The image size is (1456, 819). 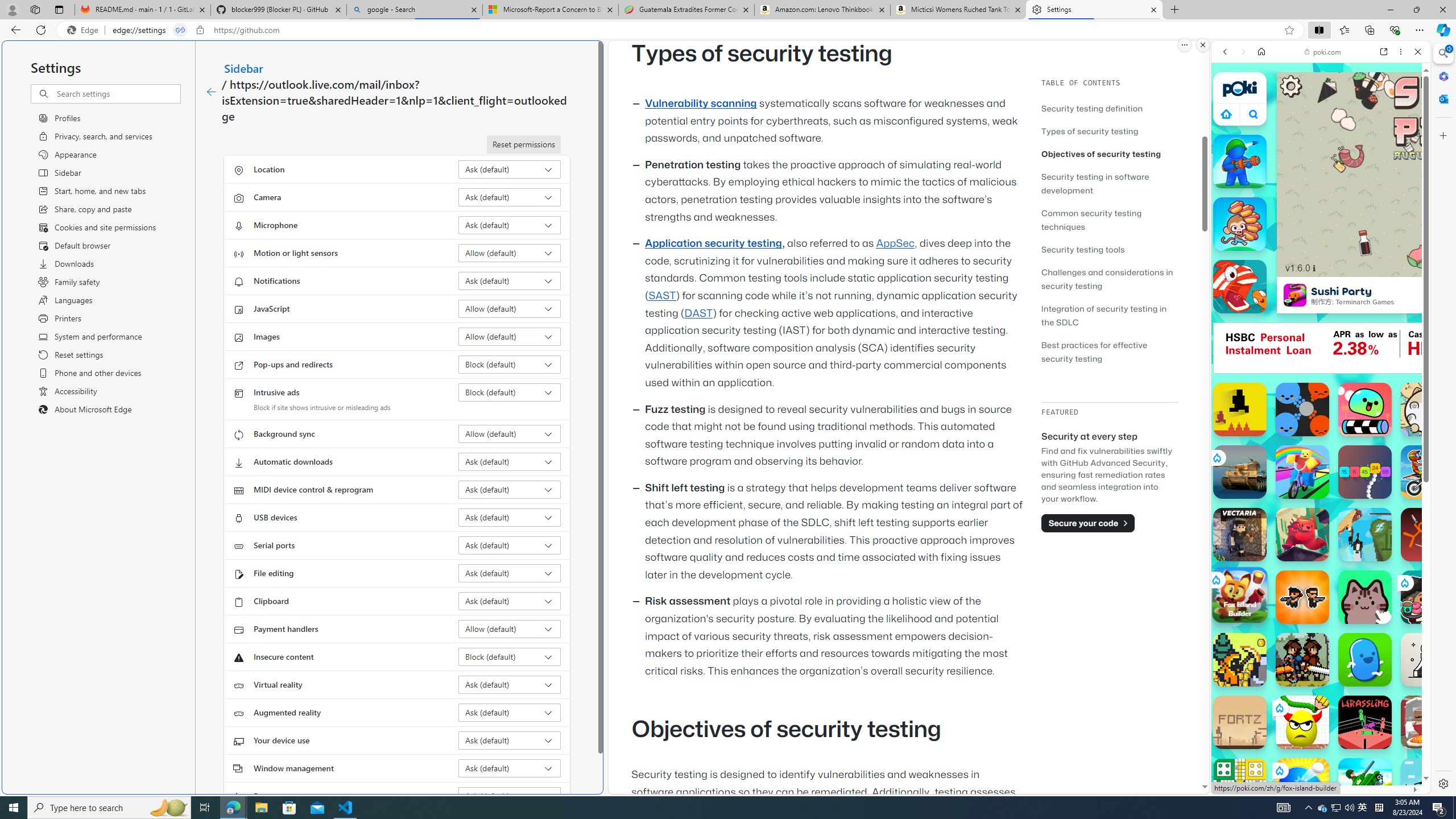 I want to click on 'Security testing definition', so click(x=1108, y=107).